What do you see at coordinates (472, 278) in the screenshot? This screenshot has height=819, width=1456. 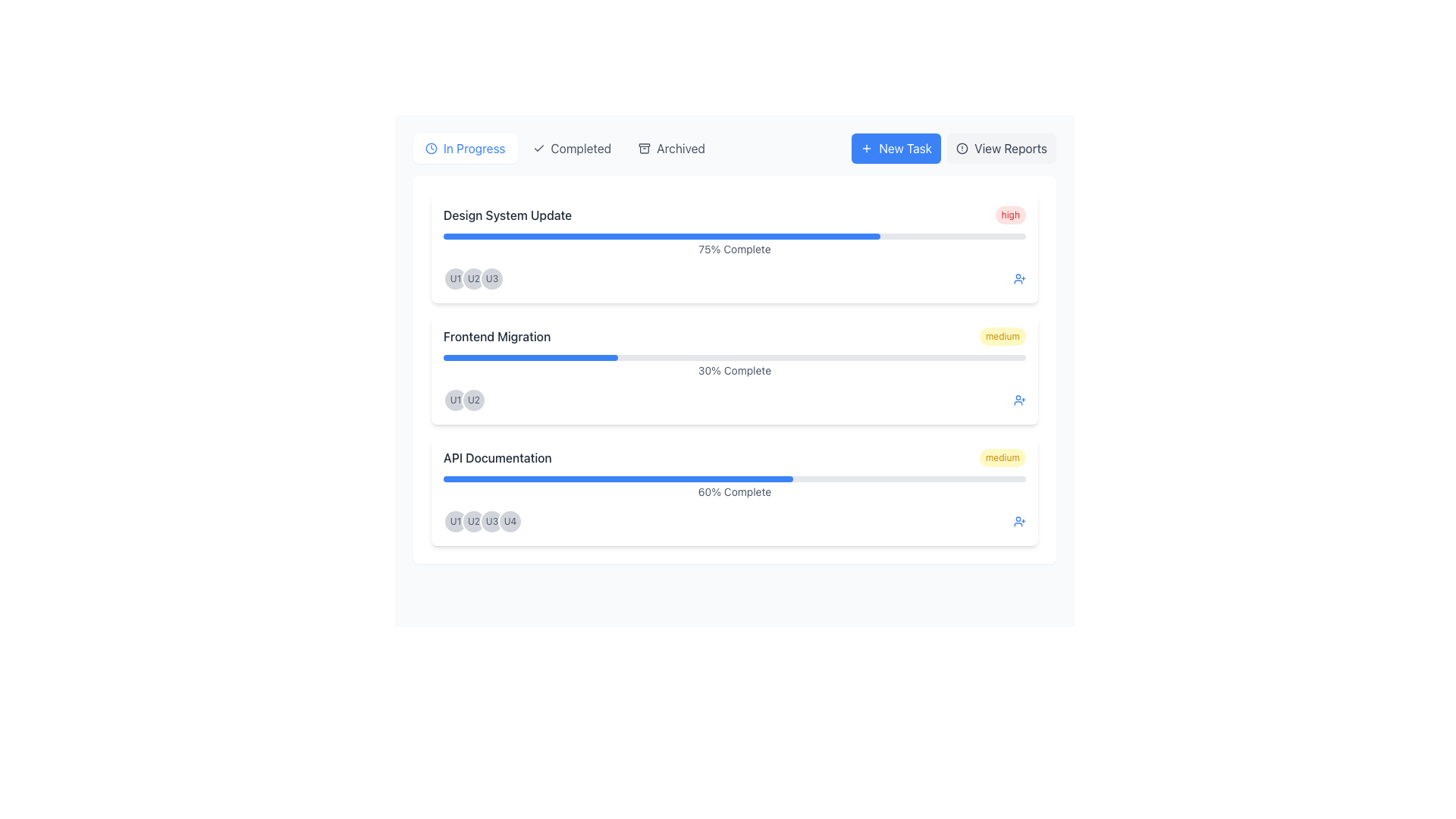 I see `the text label inside the styled badge that signifies a user or related entity in the Design System Update card, specifically the second badge labeled 'U2'` at bounding box center [472, 278].